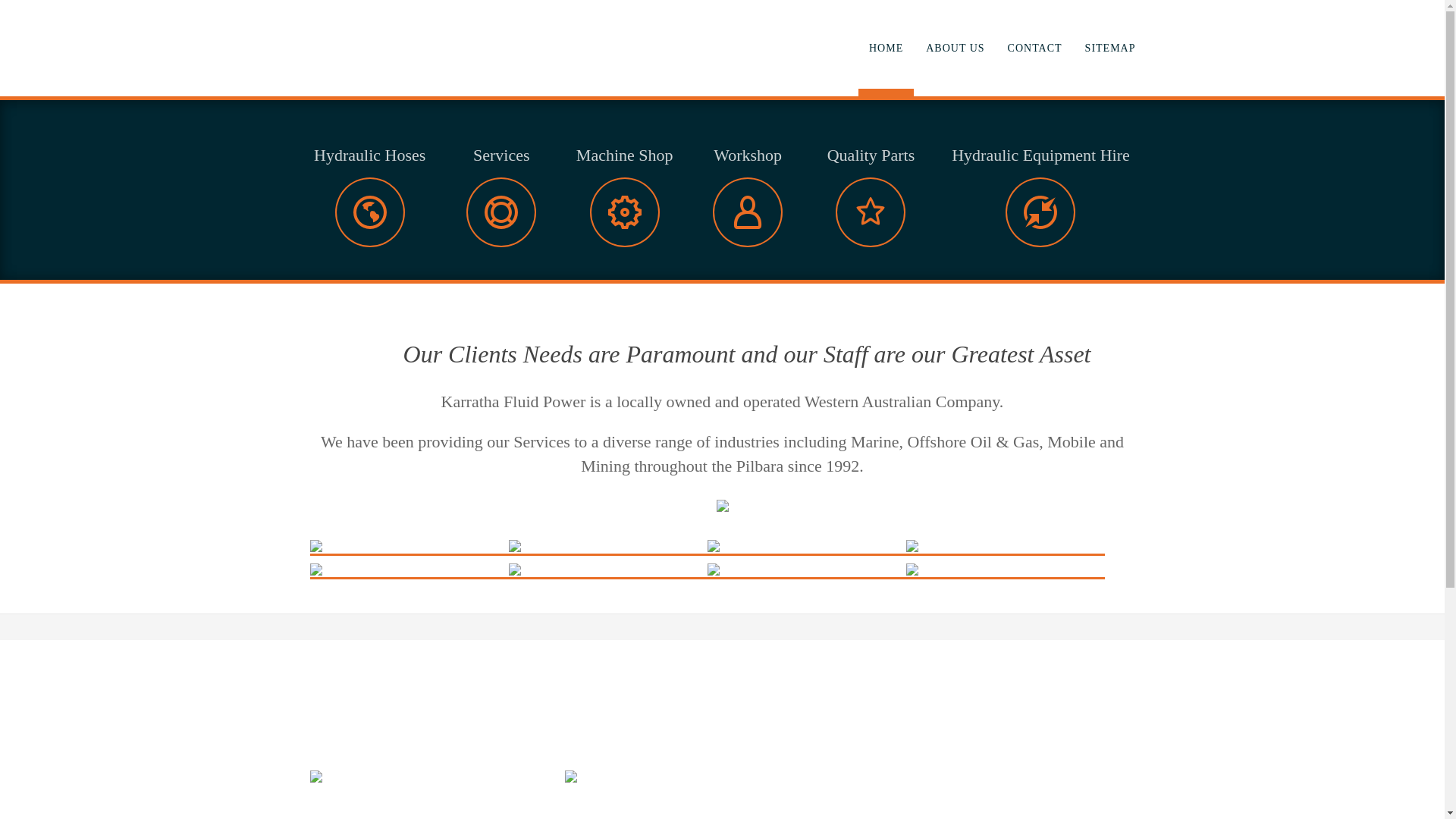  I want to click on 'icon', so click(1040, 212).